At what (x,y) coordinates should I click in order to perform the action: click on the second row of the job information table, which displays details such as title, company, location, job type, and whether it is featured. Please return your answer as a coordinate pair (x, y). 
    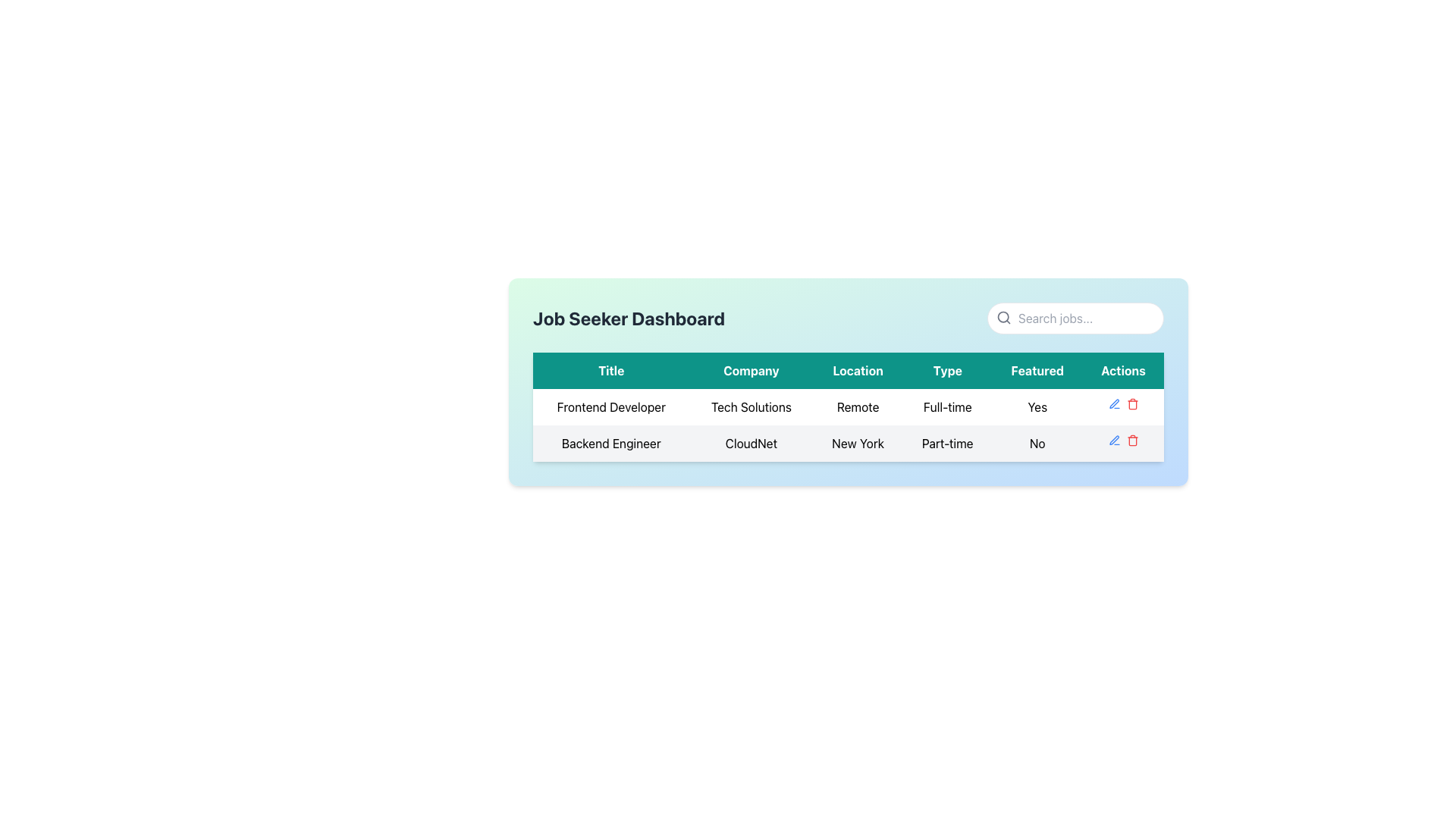
    Looking at the image, I should click on (847, 444).